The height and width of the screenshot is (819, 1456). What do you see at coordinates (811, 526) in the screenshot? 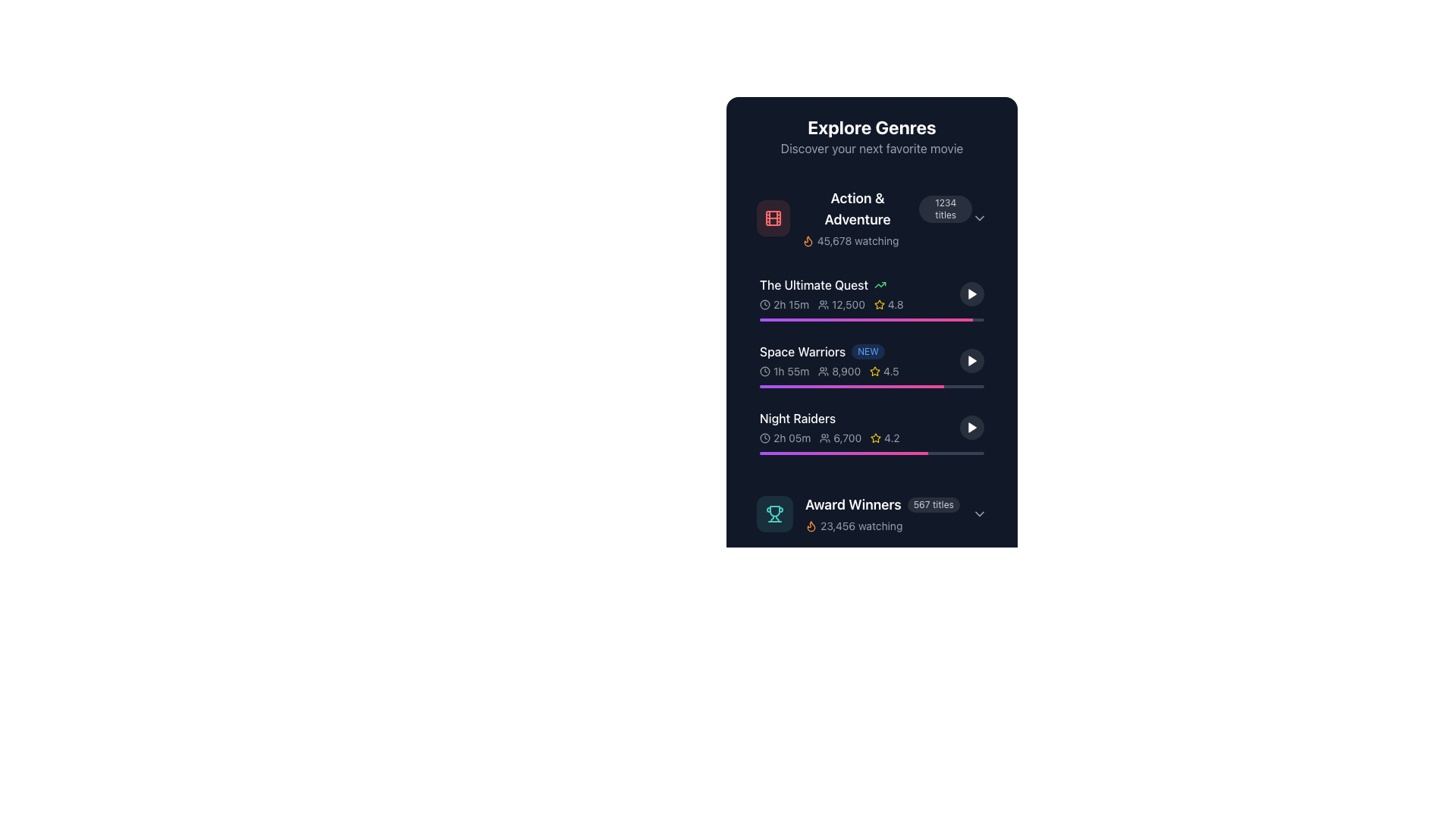
I see `the orange flame icon located to the left of the text '23,456 watching' in the 'Award Winners' section` at bounding box center [811, 526].